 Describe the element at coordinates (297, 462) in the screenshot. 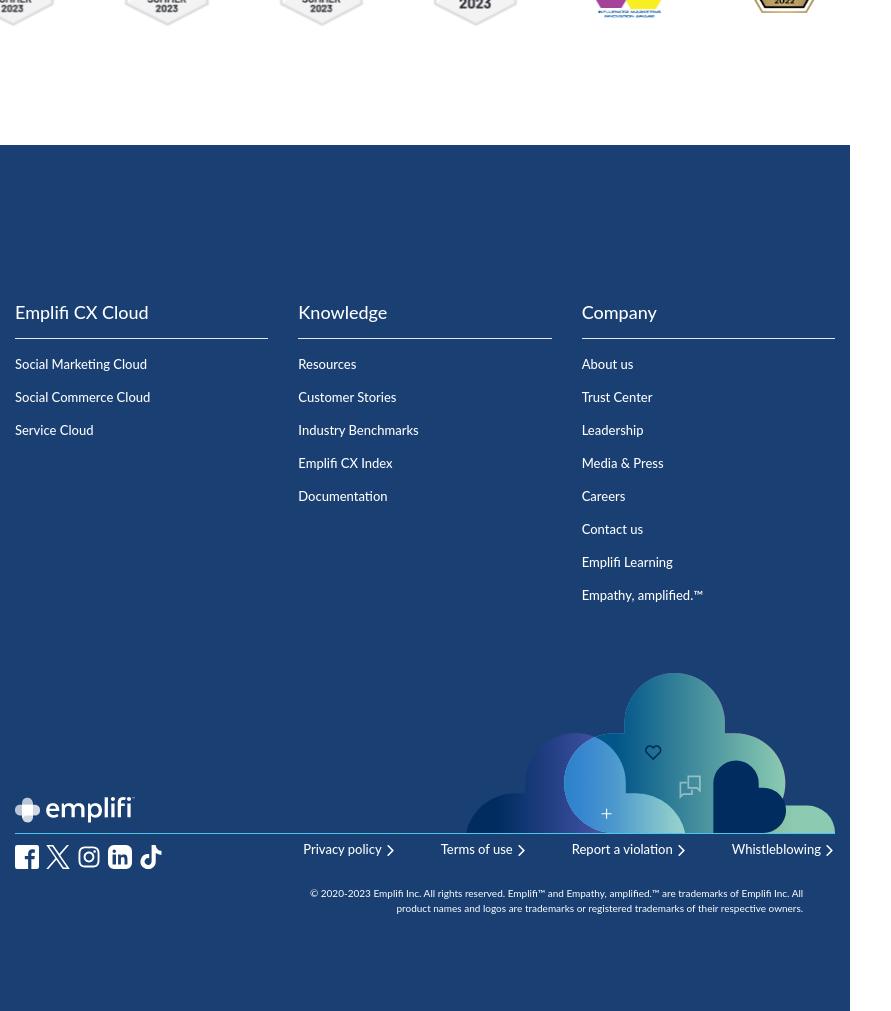

I see `'Emplifi CX Index'` at that location.